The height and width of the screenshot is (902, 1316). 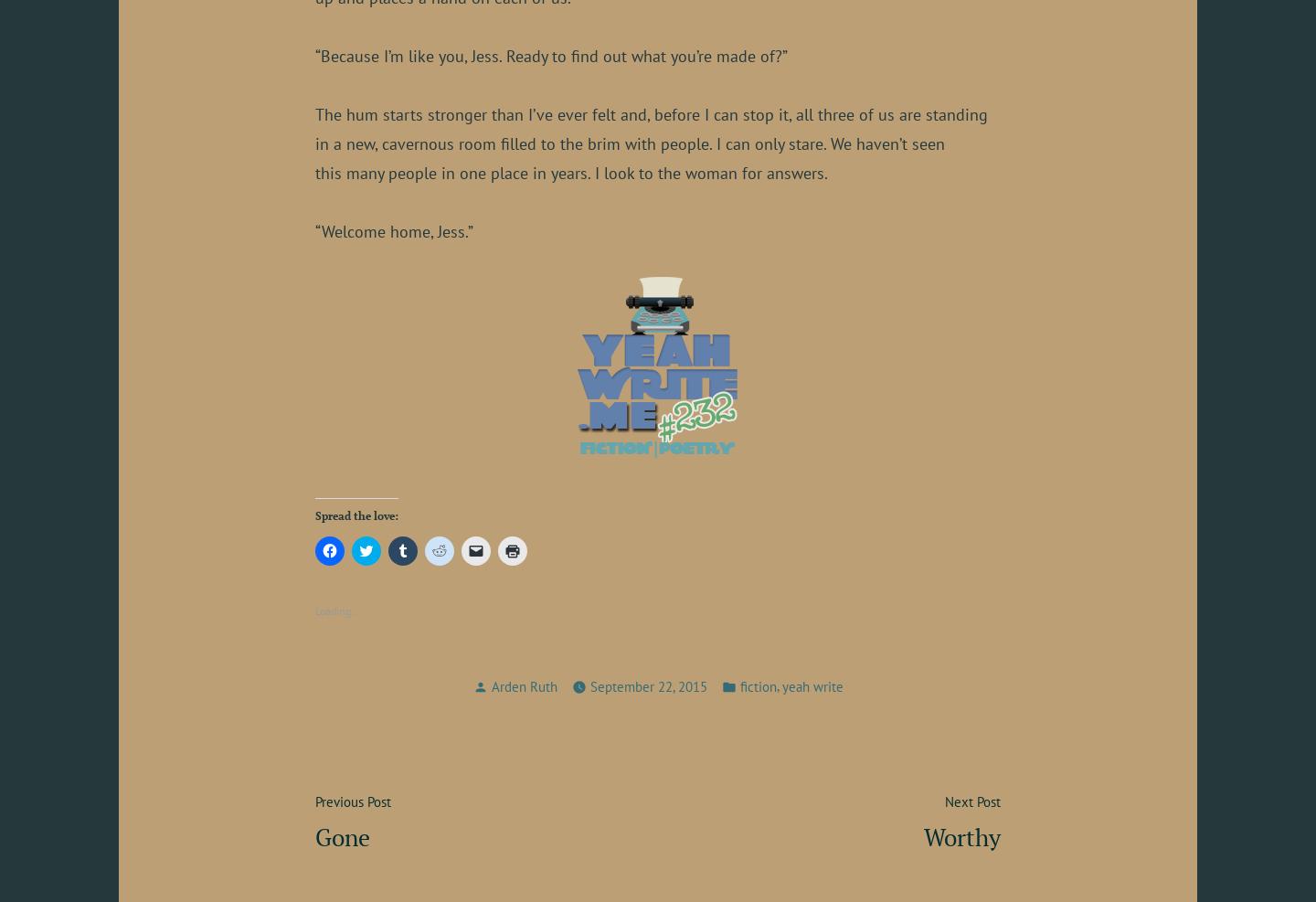 I want to click on 'Gone', so click(x=341, y=836).